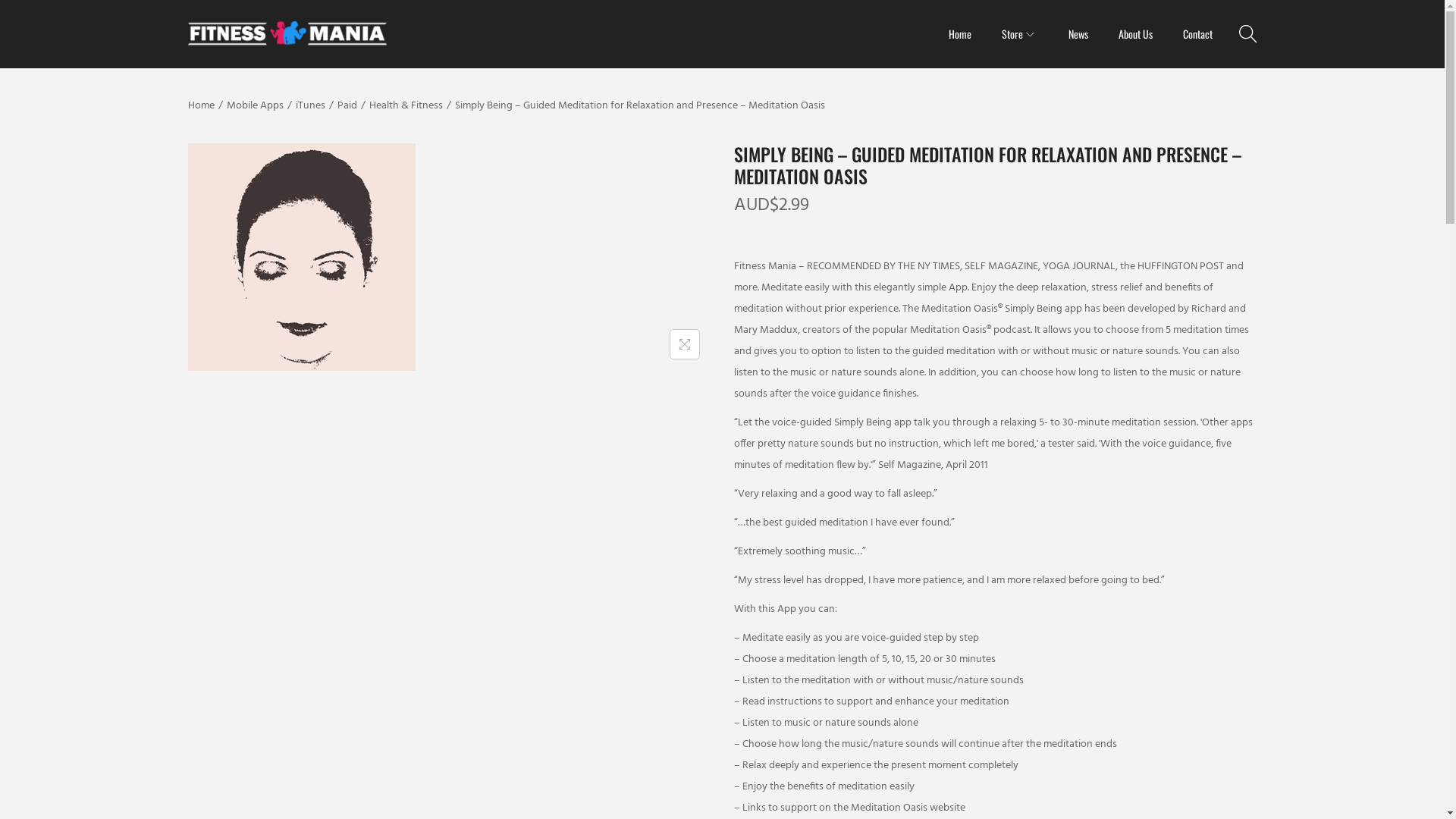 This screenshot has width=1456, height=819. I want to click on 'Home', so click(200, 105).